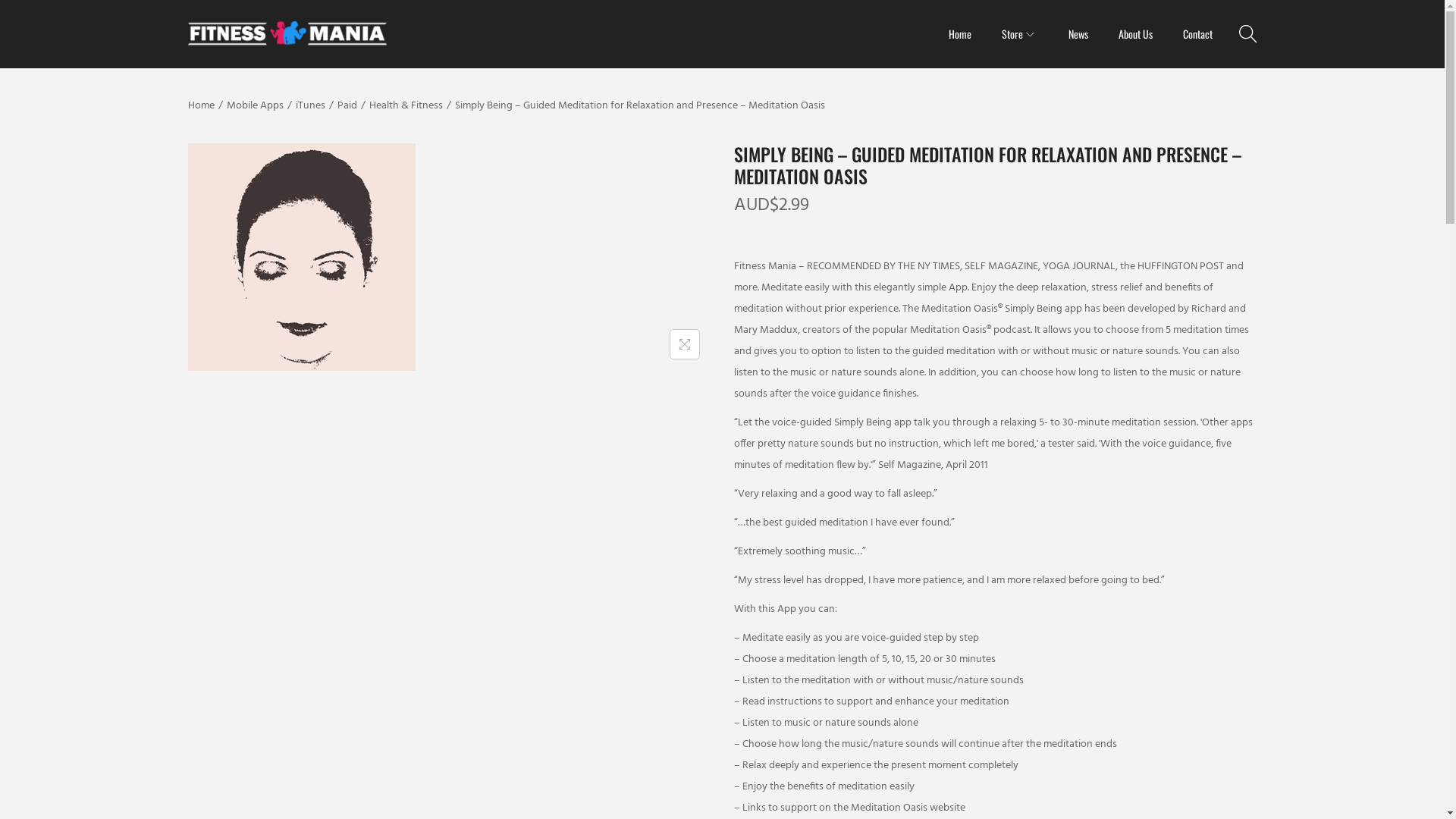 This screenshot has width=1456, height=819. I want to click on 'Home', so click(200, 105).